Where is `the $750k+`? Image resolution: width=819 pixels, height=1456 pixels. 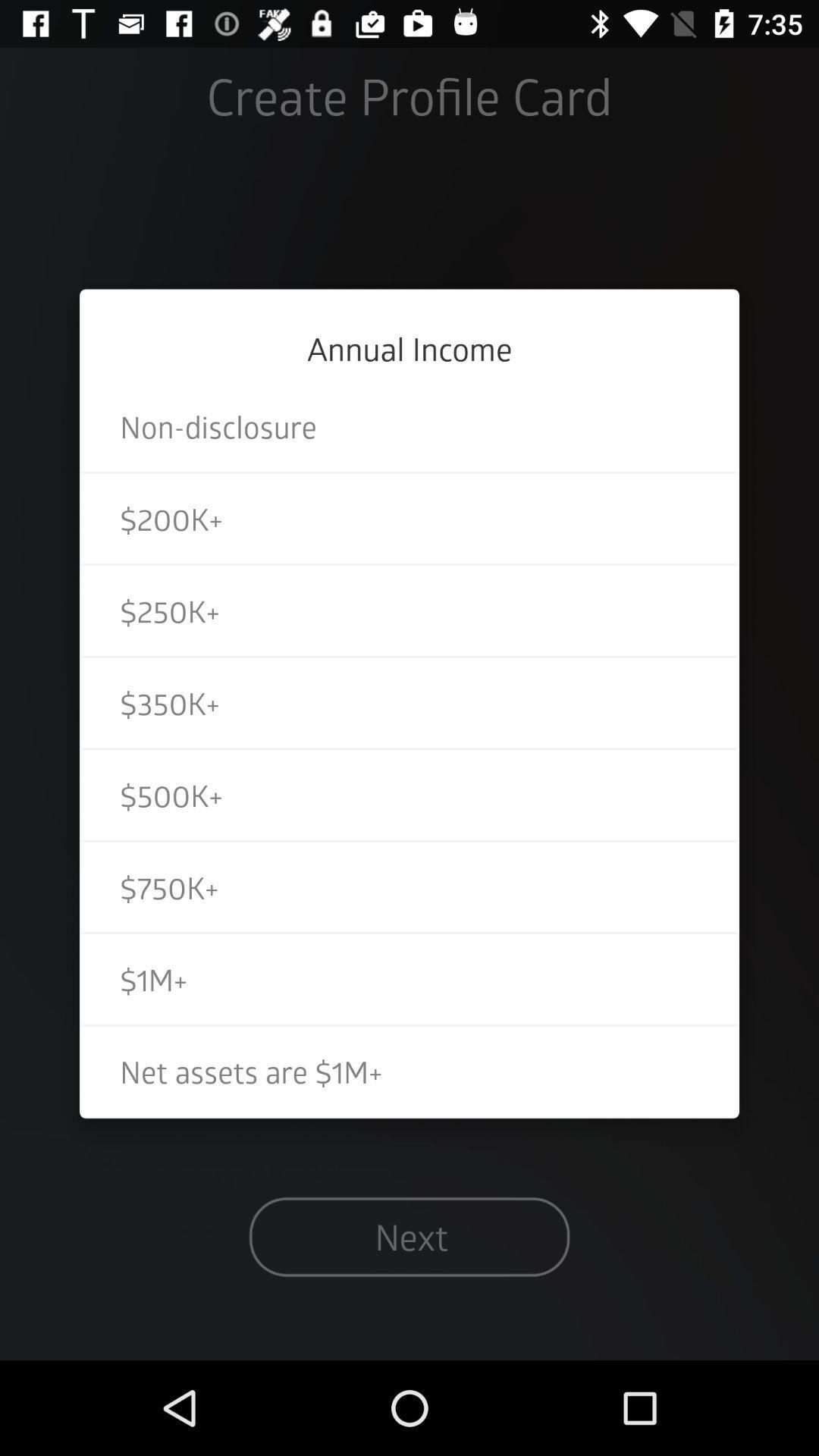 the $750k+ is located at coordinates (409, 887).